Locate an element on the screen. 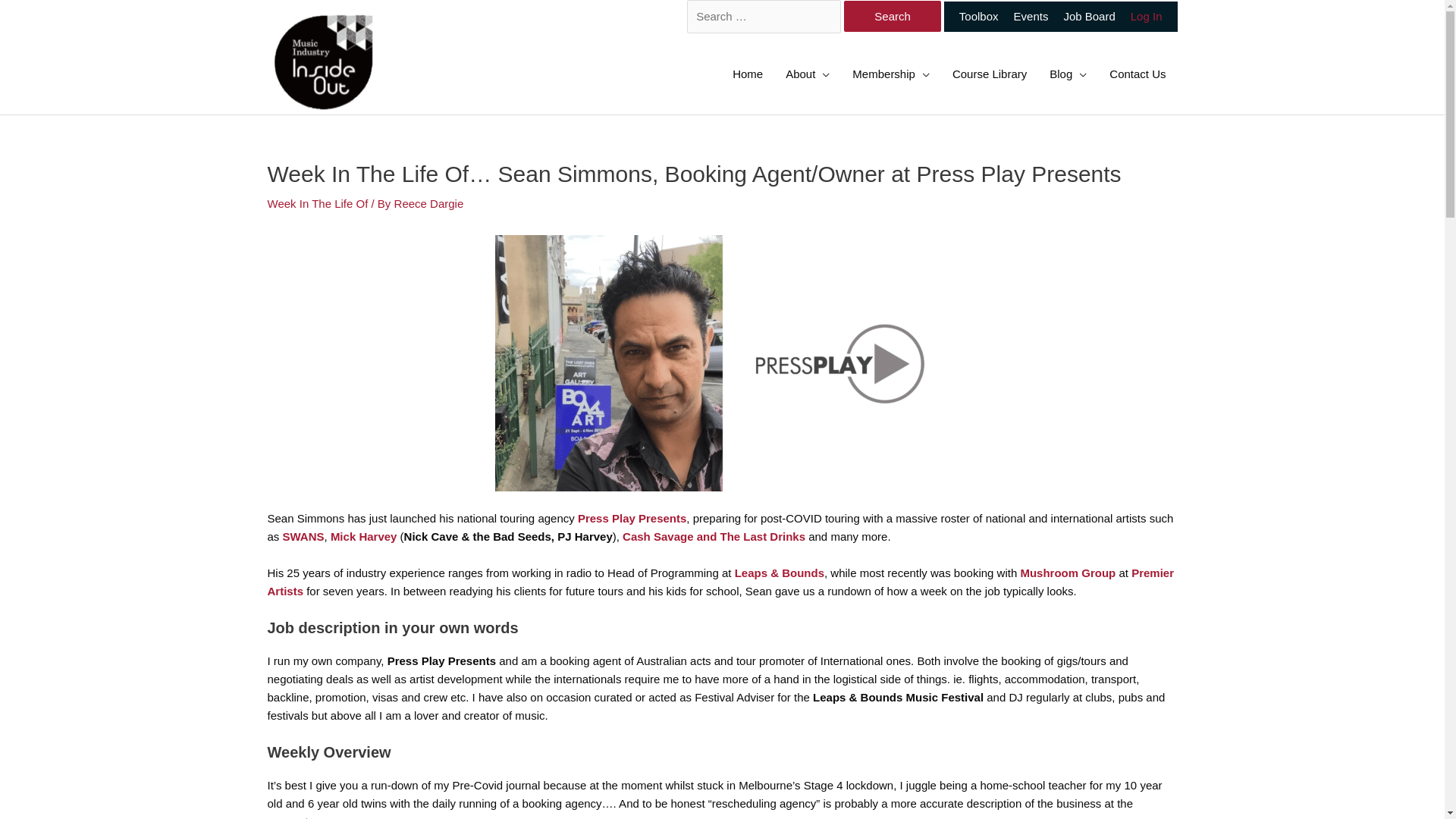 The width and height of the screenshot is (1456, 819). 'Toolbox' is located at coordinates (971, 17).